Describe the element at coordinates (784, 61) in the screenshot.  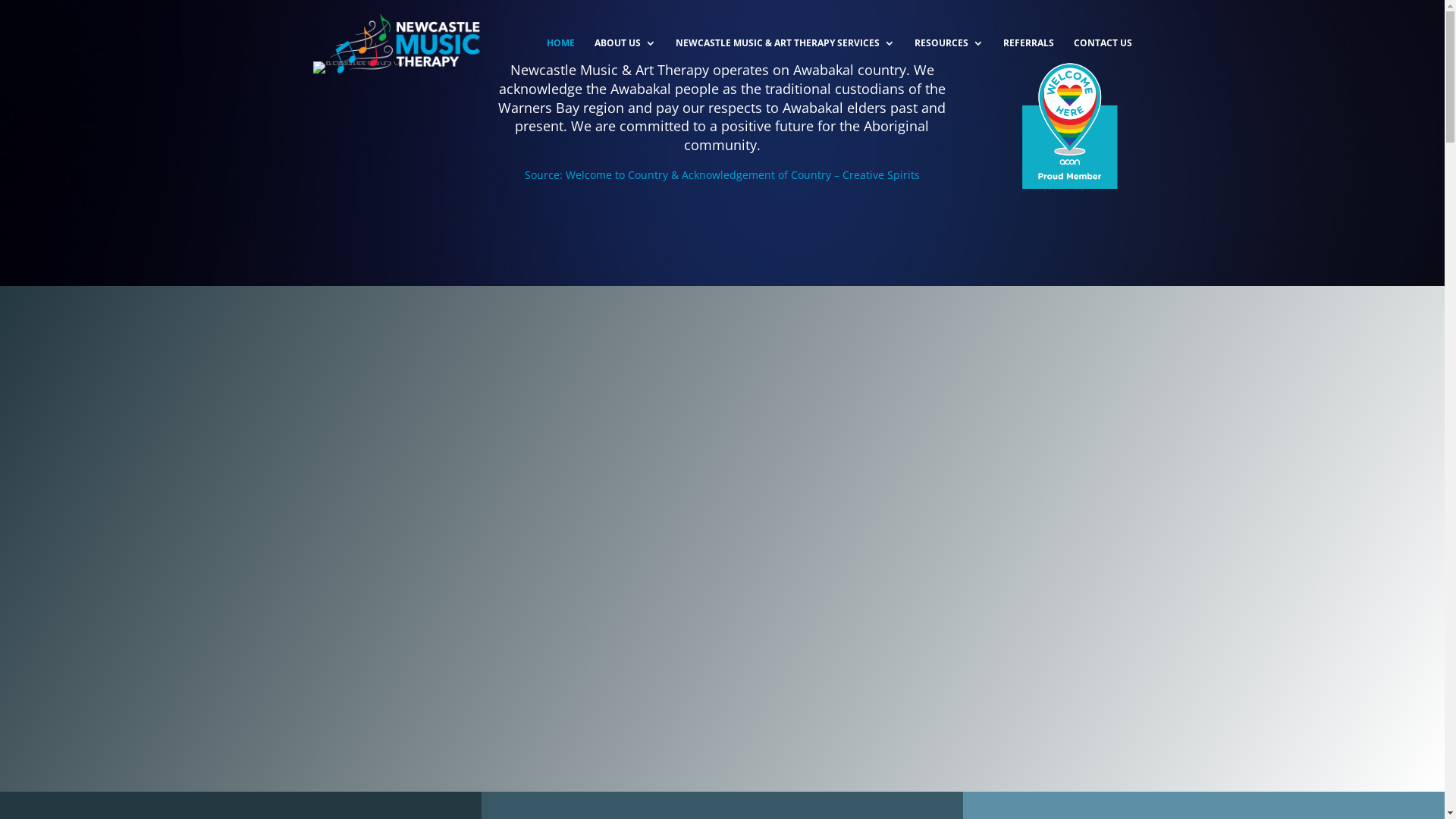
I see `'NEWCASTLE MUSIC & ART THERAPY SERVICES'` at that location.